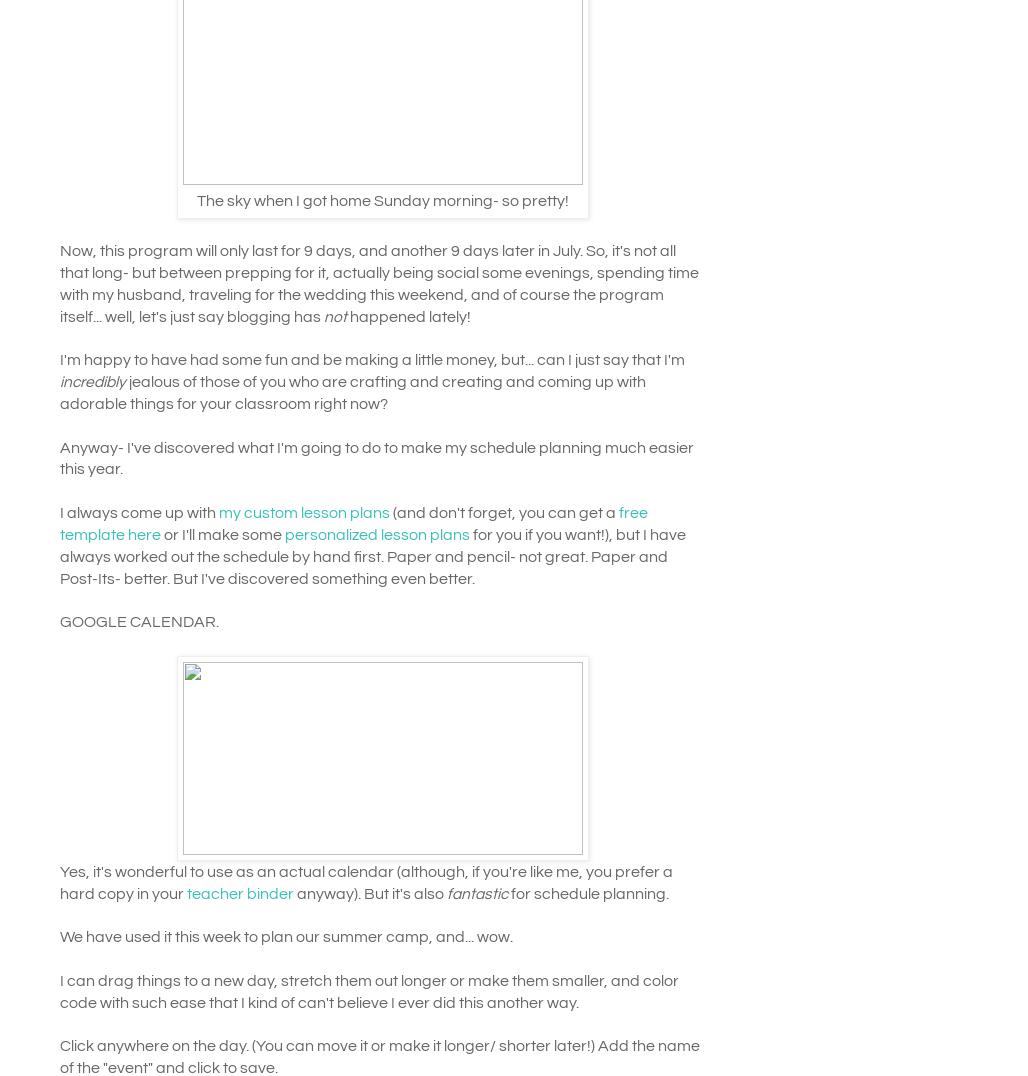 This screenshot has height=1076, width=1028. I want to click on 'jealous of those of you who are crafting and creating and coming up with adorable things for your classroom right now?', so click(352, 391).